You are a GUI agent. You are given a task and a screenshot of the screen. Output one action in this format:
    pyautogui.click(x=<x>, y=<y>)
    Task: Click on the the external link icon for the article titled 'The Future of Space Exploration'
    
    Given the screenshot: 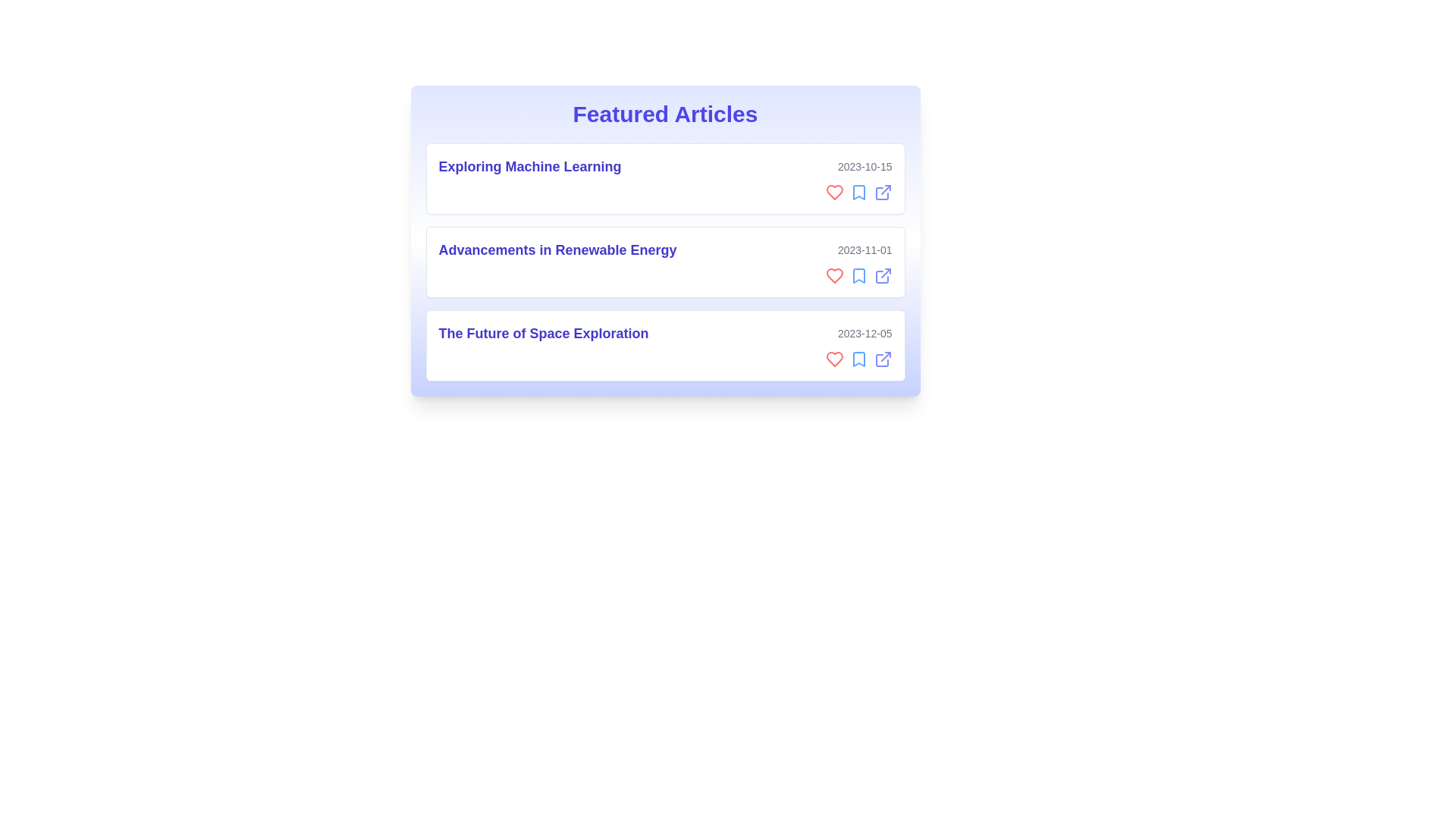 What is the action you would take?
    pyautogui.click(x=883, y=359)
    